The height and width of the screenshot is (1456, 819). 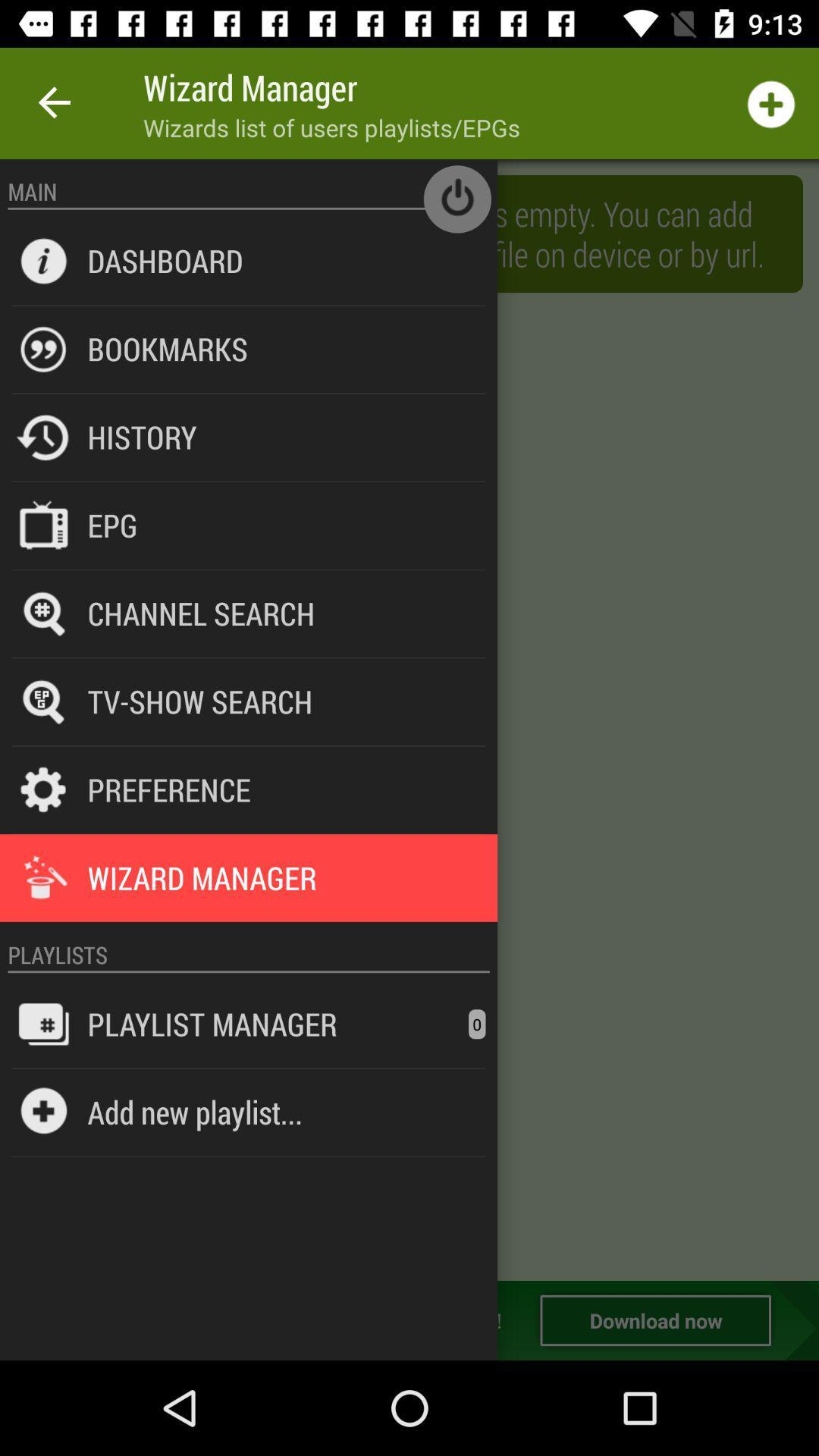 What do you see at coordinates (42, 613) in the screenshot?
I see `the icon beside the channel search` at bounding box center [42, 613].